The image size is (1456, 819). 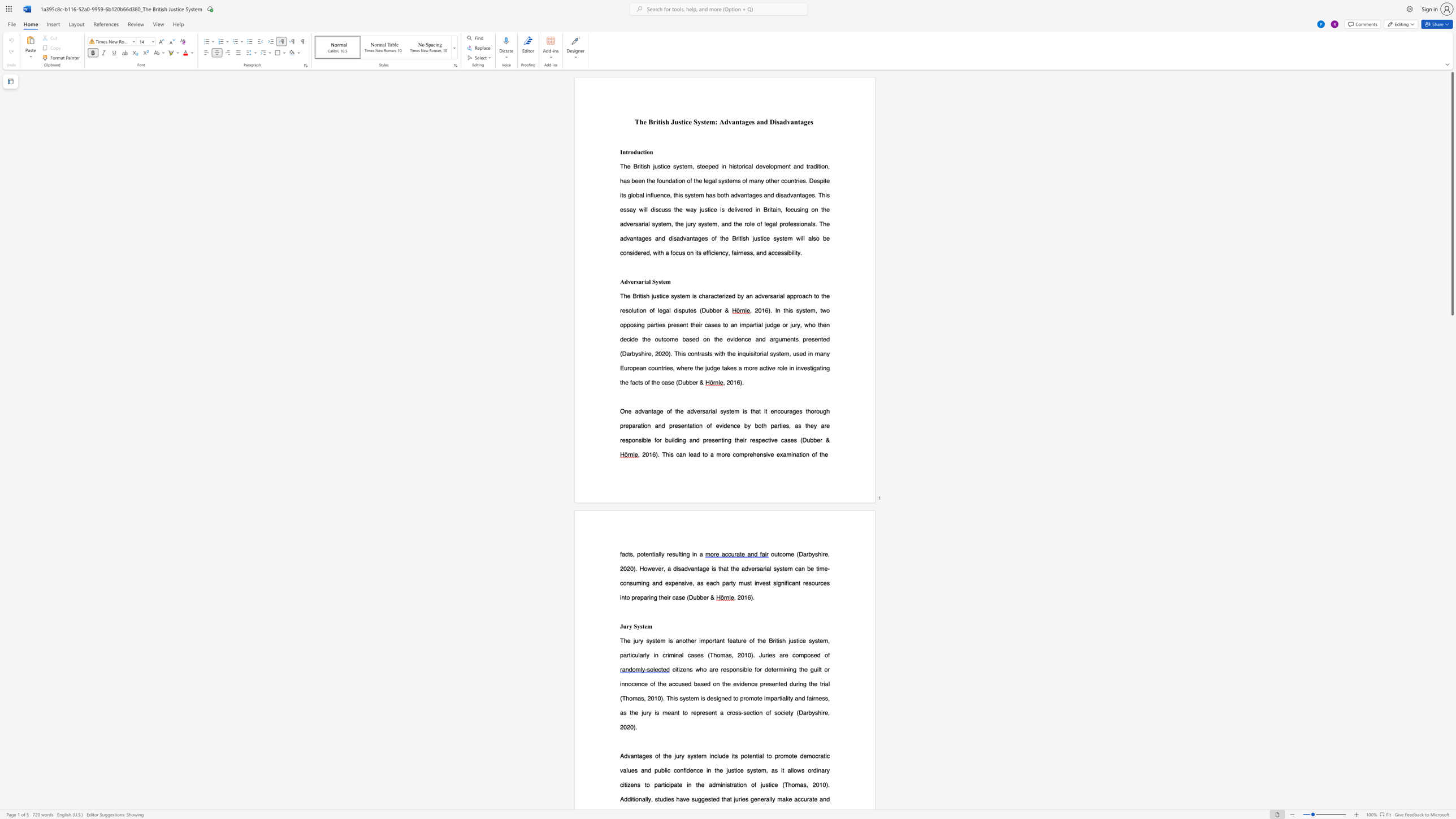 I want to click on the subset text "stem, the jury system, and the role of legal professionals. The advan" within the text "The British justice system, steeped in historical development and tradition, has been the foundation of the legal systems of many other countries. Despite its global influence, this system has both advantages and disadvantages. This essay will discuss the way justice is delivered in Britain, focusing on the adversarial system, the jury system, and the role of legal professionals. The advantages and disadvantages of the British justice system will also be considered, with a focus on its efficiency, fairness, and accessibility.", so click(x=658, y=223).